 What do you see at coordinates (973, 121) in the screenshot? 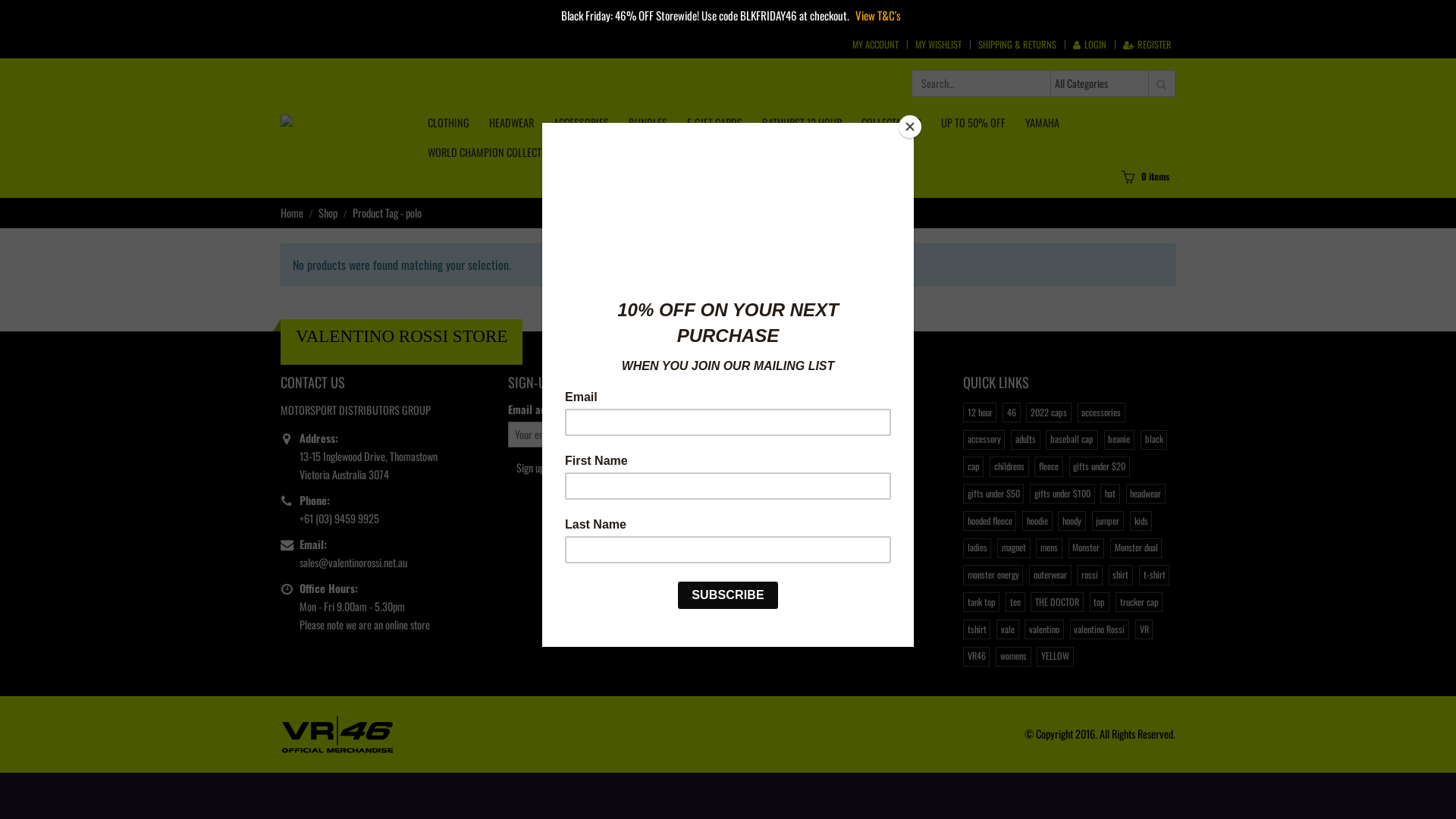
I see `'UP TO 50% OFF'` at bounding box center [973, 121].